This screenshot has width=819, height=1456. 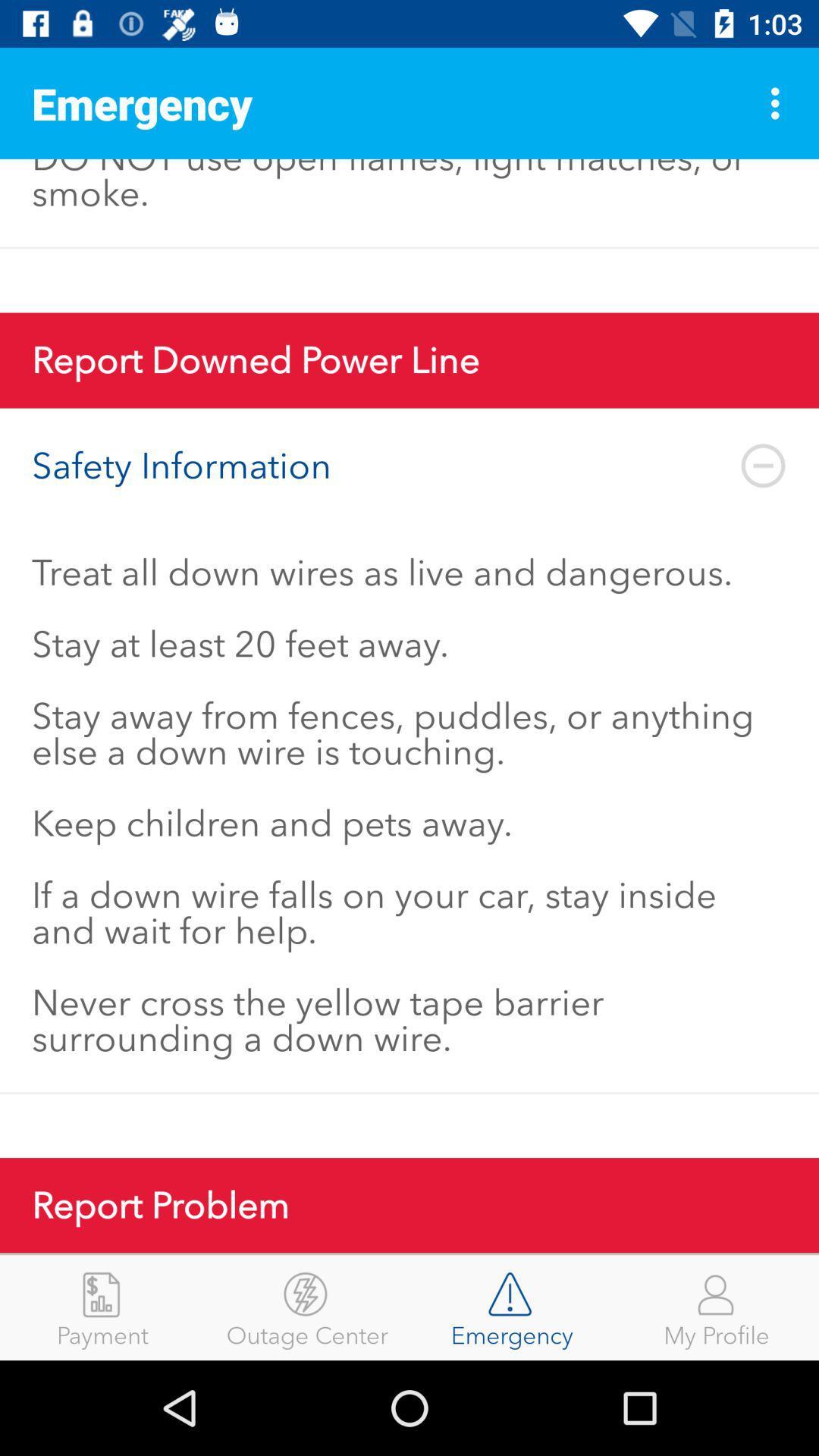 What do you see at coordinates (717, 1307) in the screenshot?
I see `my profile icon` at bounding box center [717, 1307].